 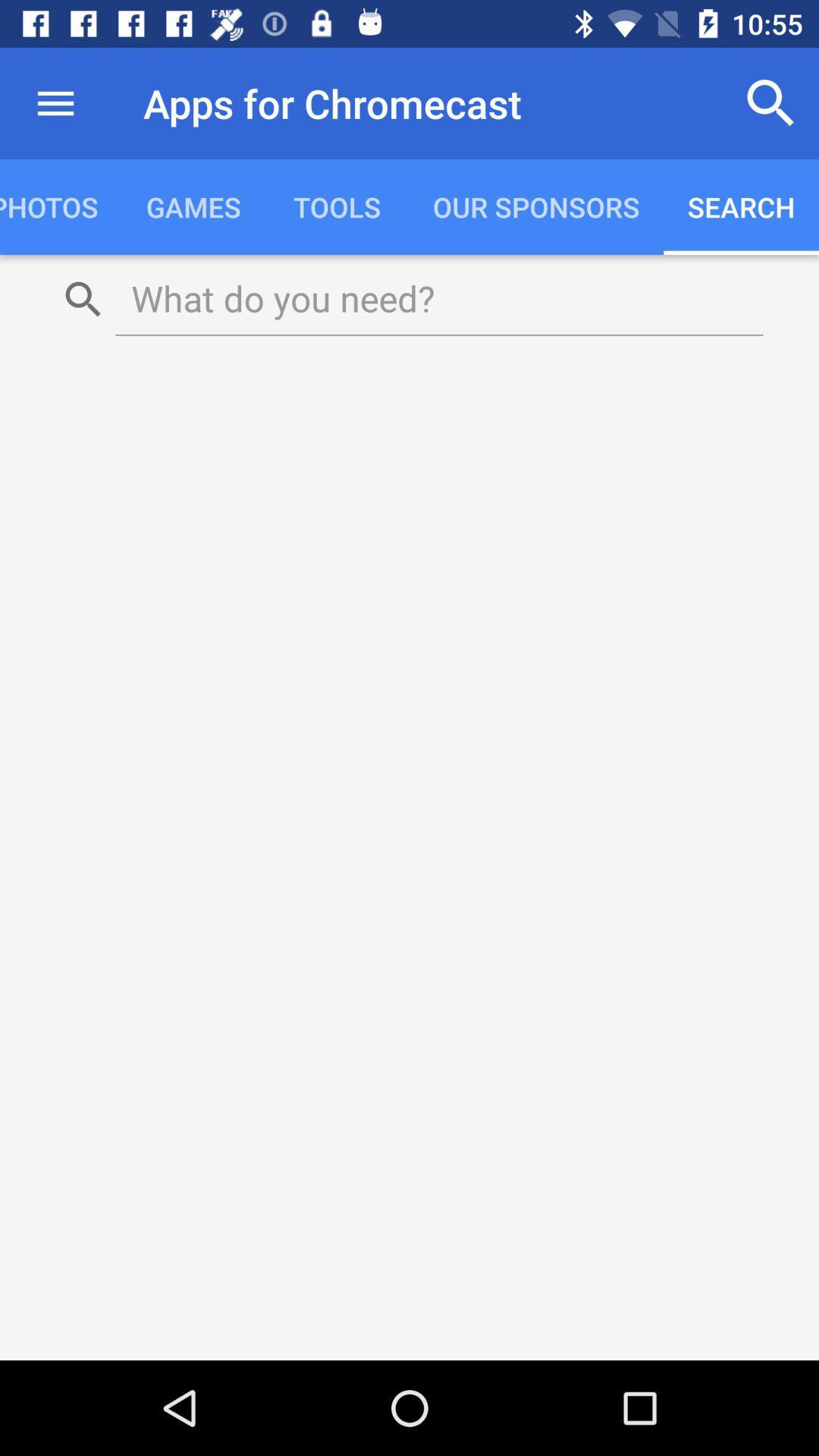 I want to click on the icon next to the apps for chromecast, so click(x=55, y=102).